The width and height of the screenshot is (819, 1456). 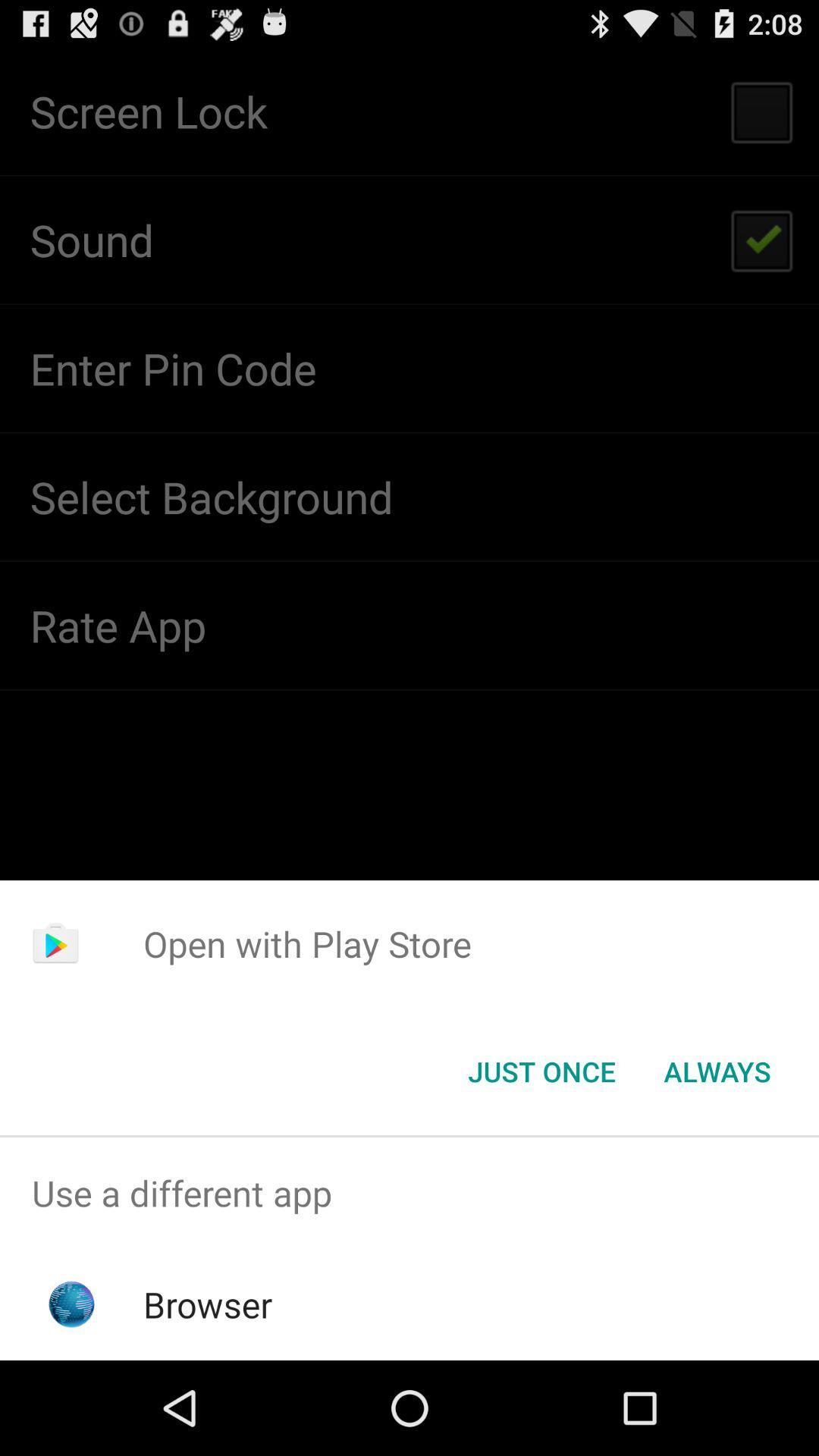 What do you see at coordinates (208, 1304) in the screenshot?
I see `the browser app` at bounding box center [208, 1304].